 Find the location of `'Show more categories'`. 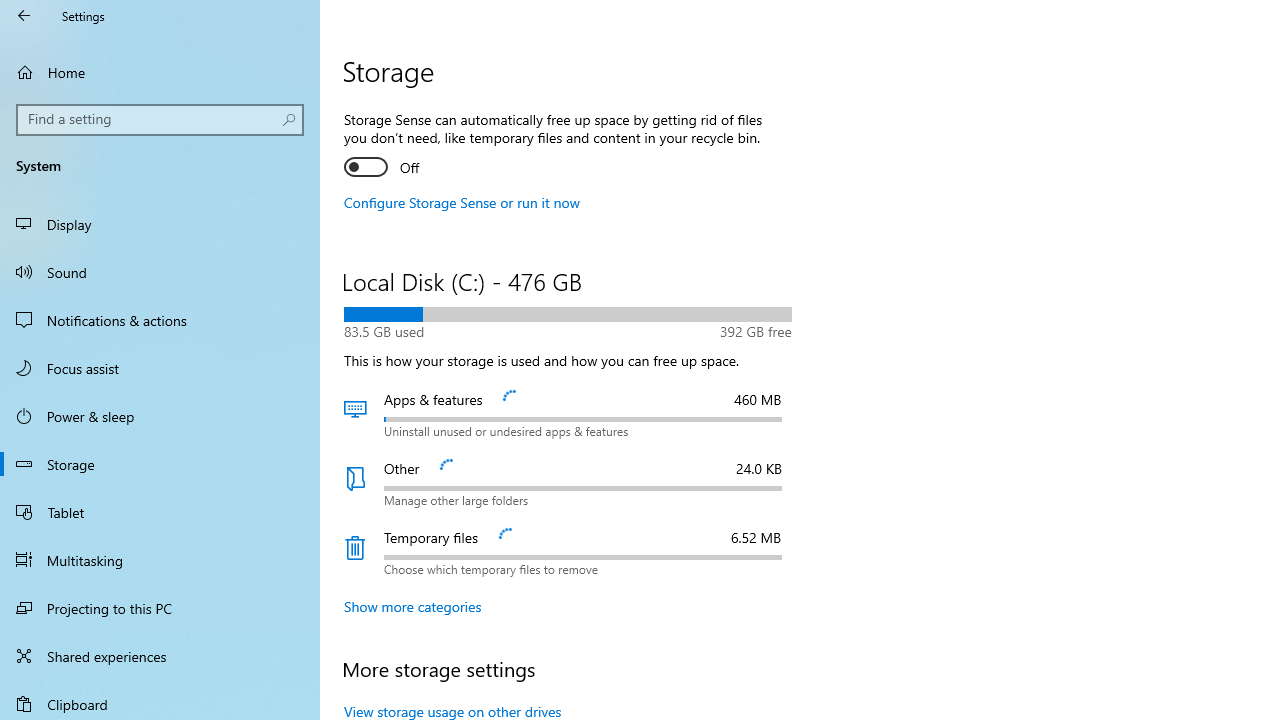

'Show more categories' is located at coordinates (412, 605).